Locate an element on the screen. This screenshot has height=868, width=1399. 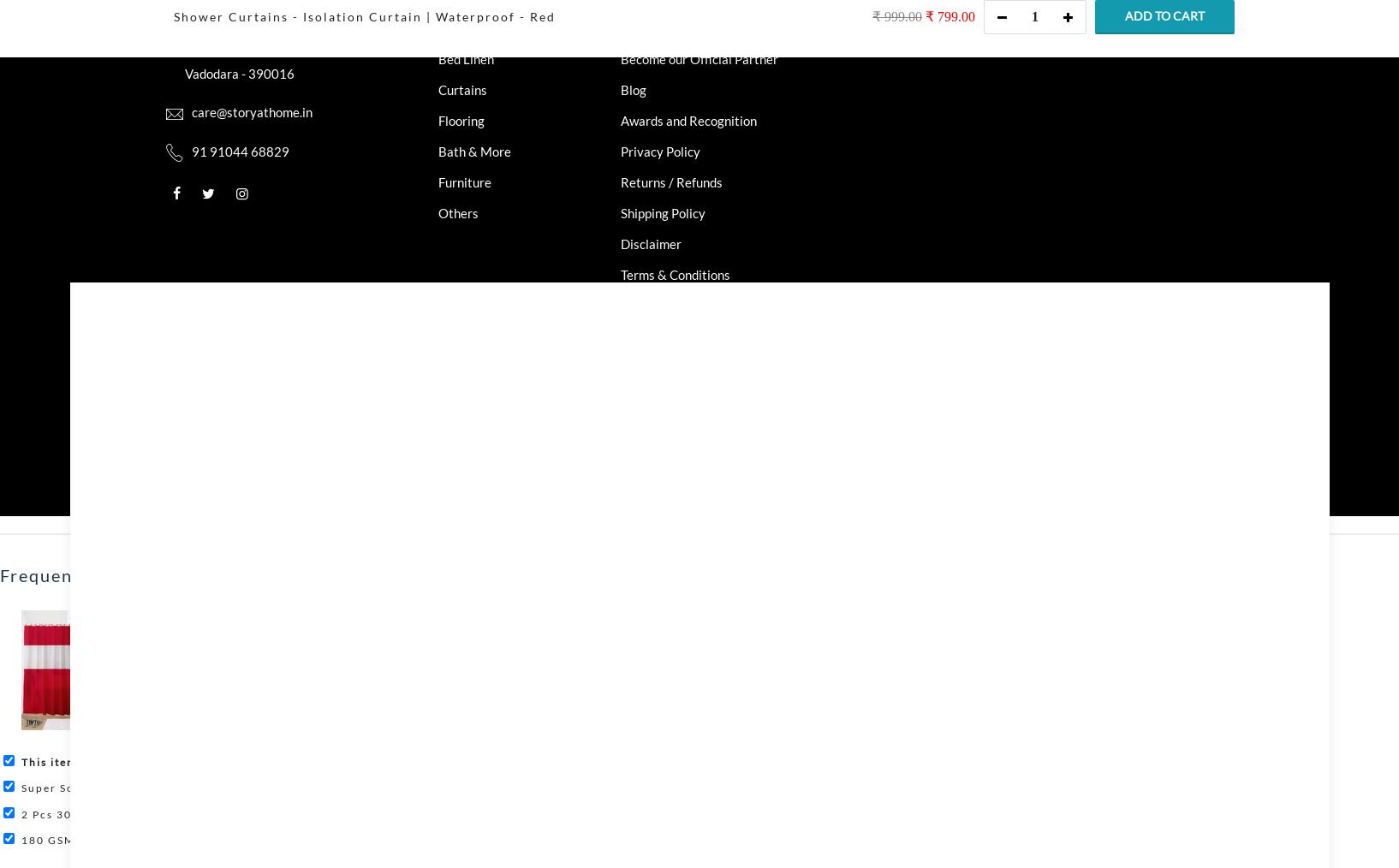
'Terms & Conditions' is located at coordinates (676, 274).